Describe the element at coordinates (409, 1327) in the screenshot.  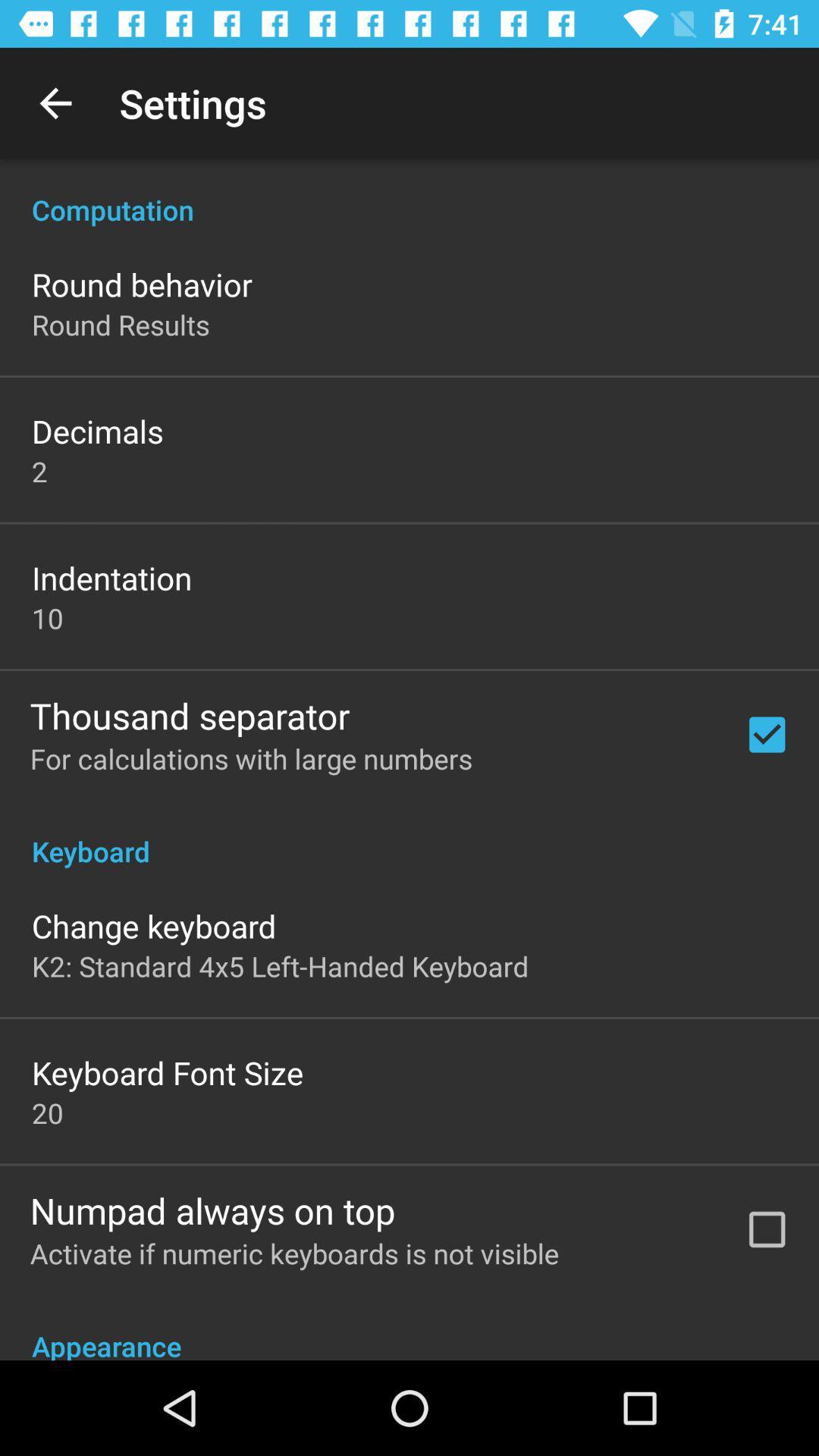
I see `the icon below activate if numeric` at that location.